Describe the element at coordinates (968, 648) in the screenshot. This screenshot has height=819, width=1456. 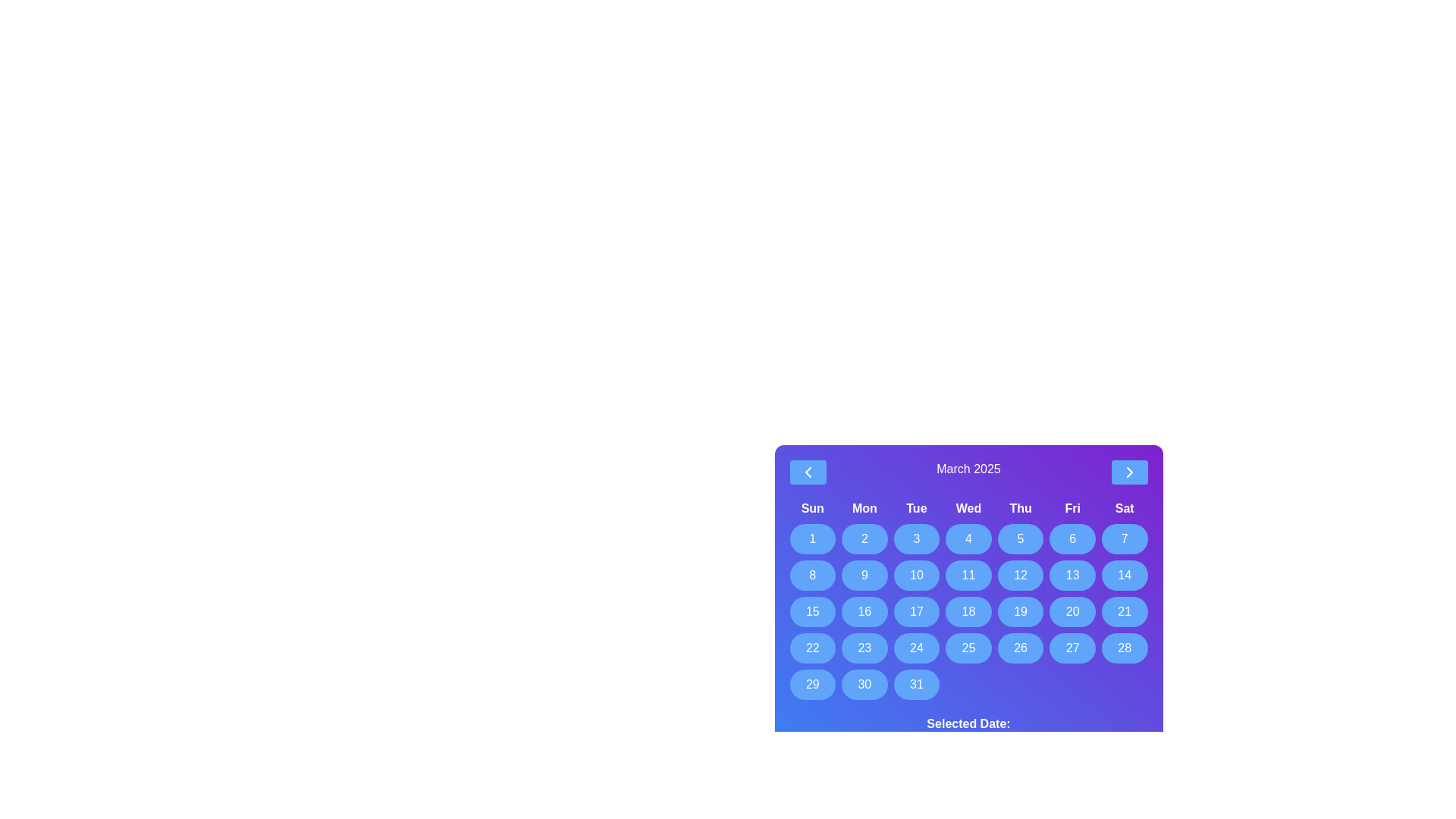
I see `the circular button labeled '25' in the March 2025 calendar grid` at that location.